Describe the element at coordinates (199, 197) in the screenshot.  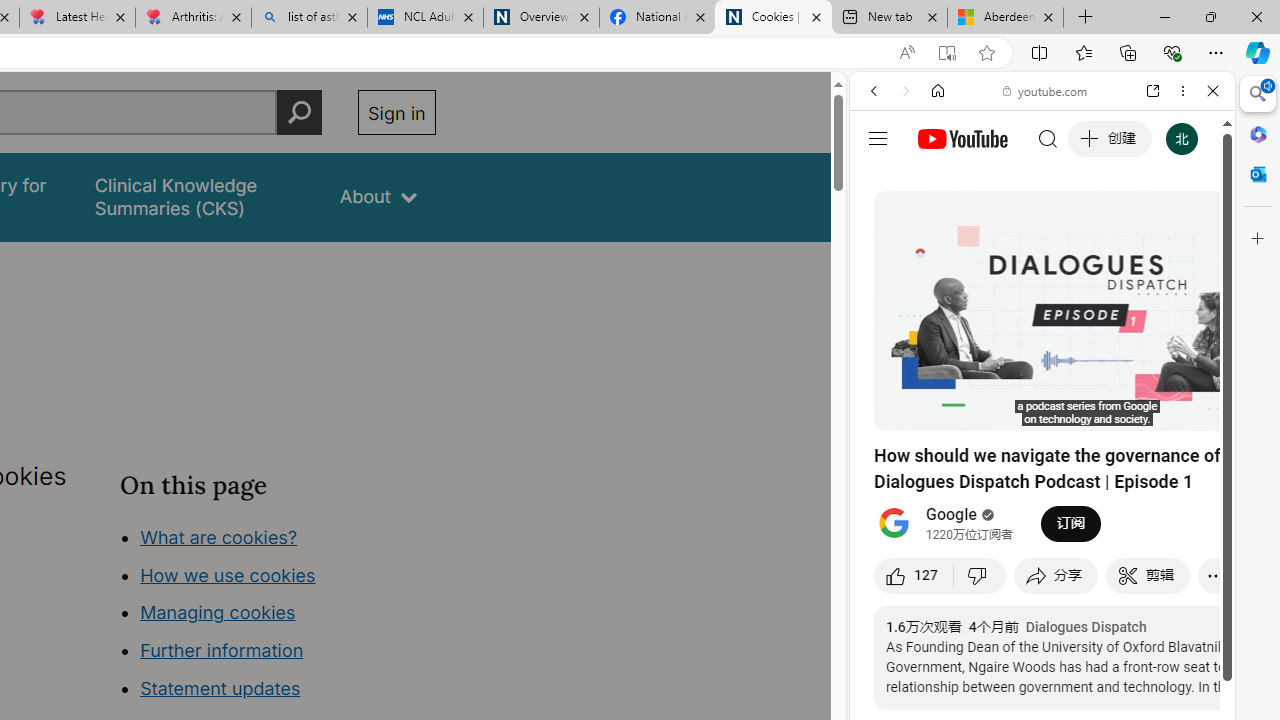
I see `'false'` at that location.